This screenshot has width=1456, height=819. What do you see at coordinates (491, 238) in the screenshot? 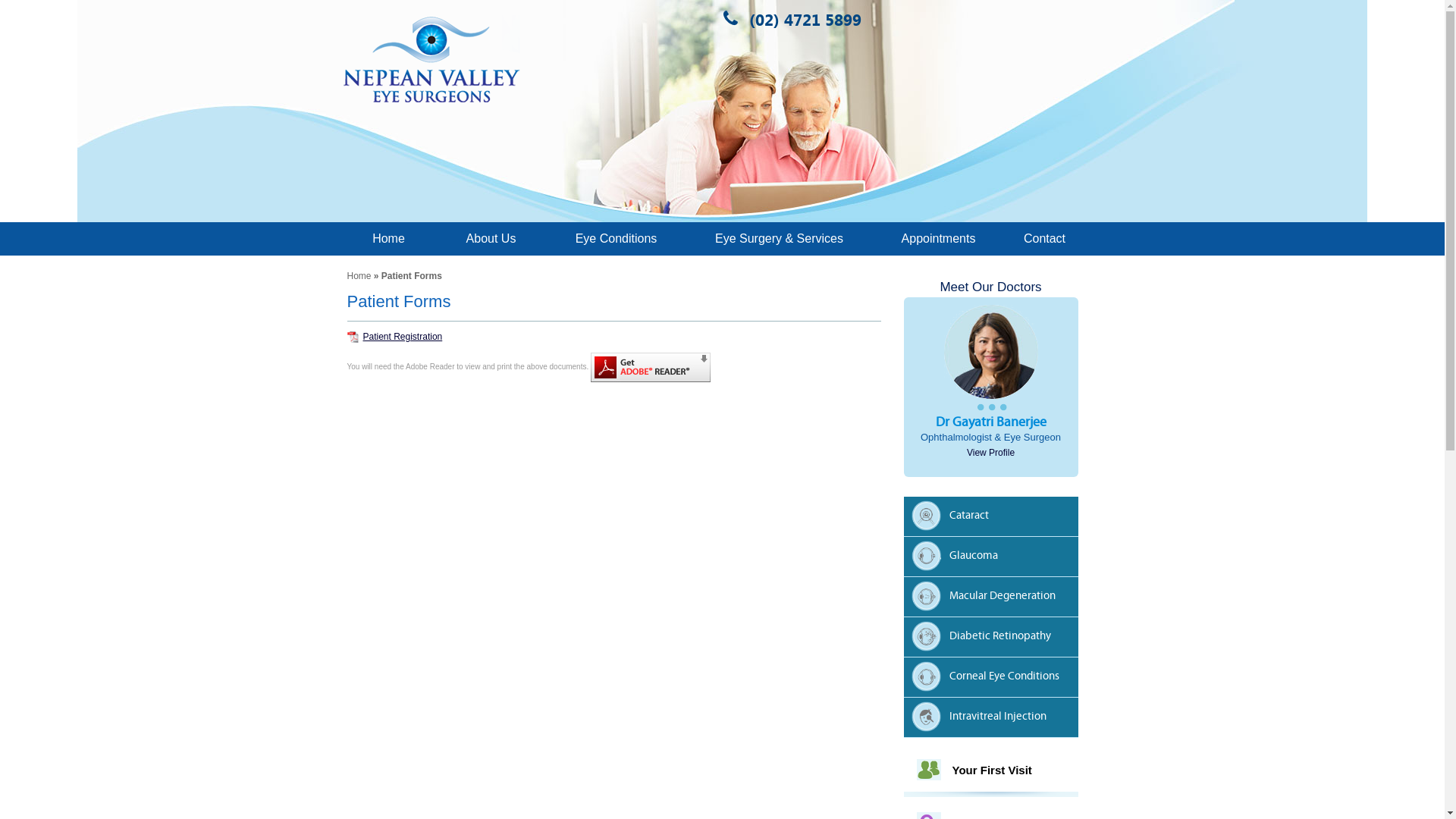
I see `'About Us'` at bounding box center [491, 238].